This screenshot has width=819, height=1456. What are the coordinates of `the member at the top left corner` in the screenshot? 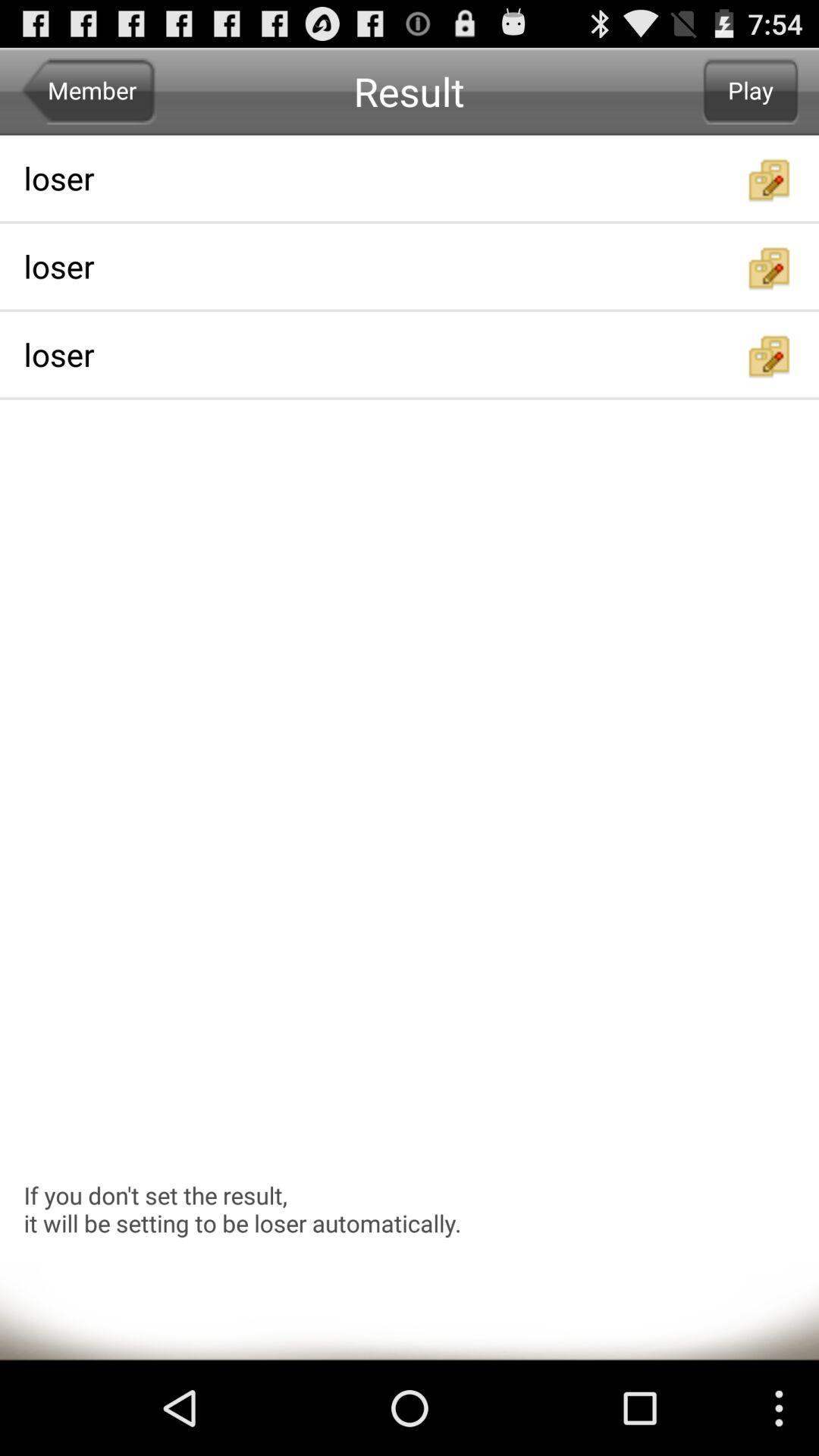 It's located at (88, 90).